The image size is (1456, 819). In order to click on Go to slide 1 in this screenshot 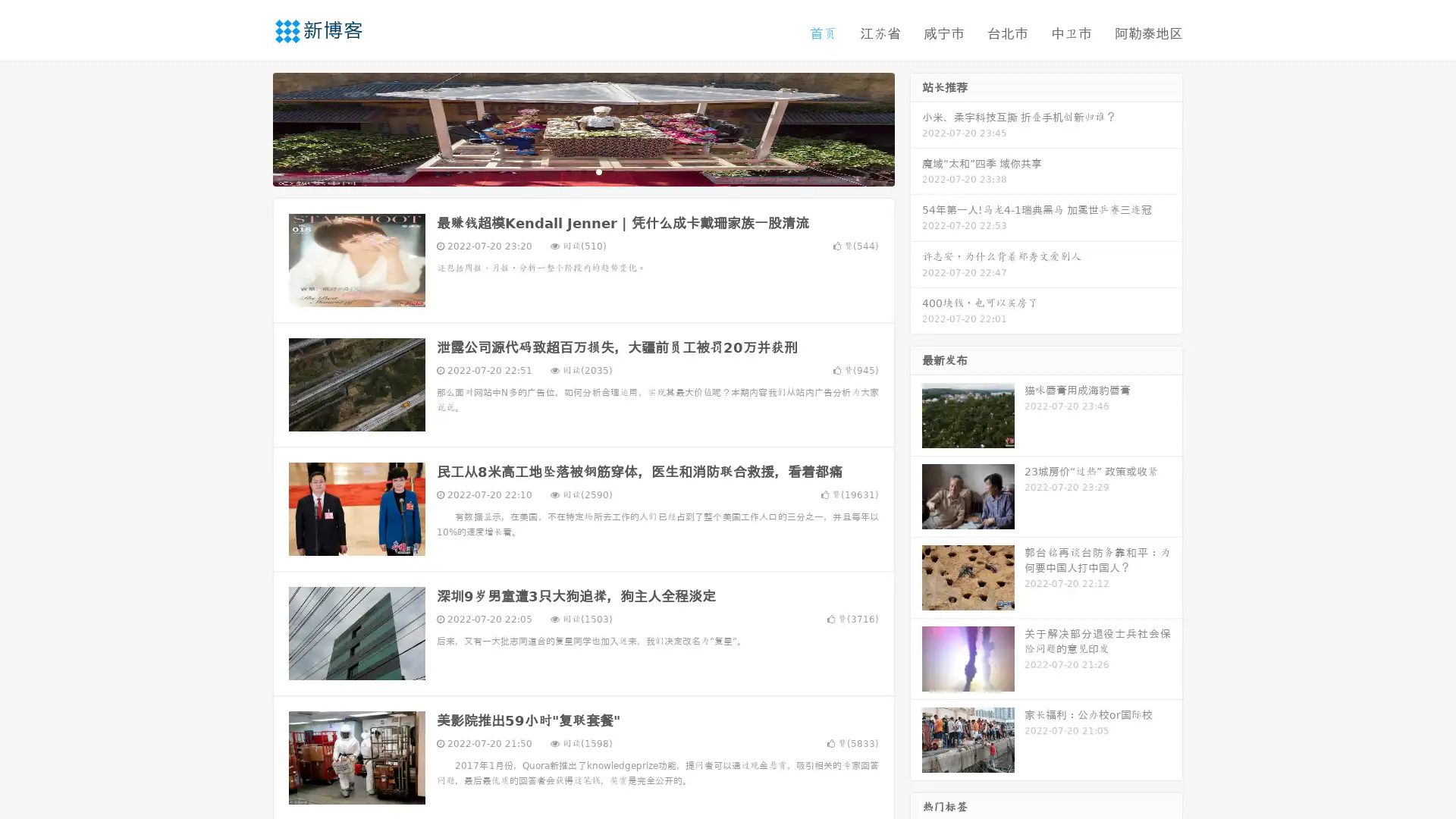, I will do `click(567, 171)`.